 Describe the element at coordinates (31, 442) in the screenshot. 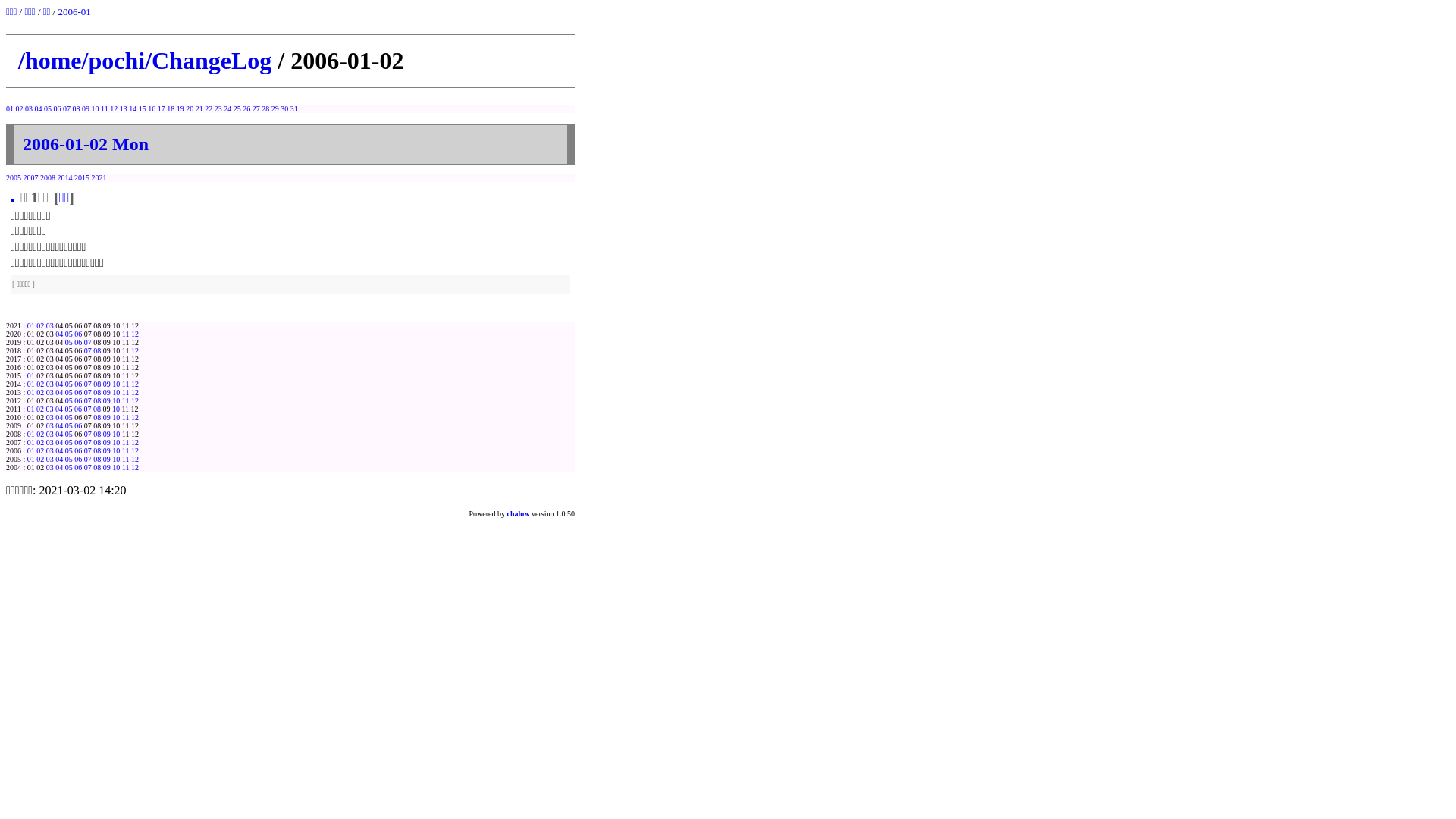

I see `'01'` at that location.